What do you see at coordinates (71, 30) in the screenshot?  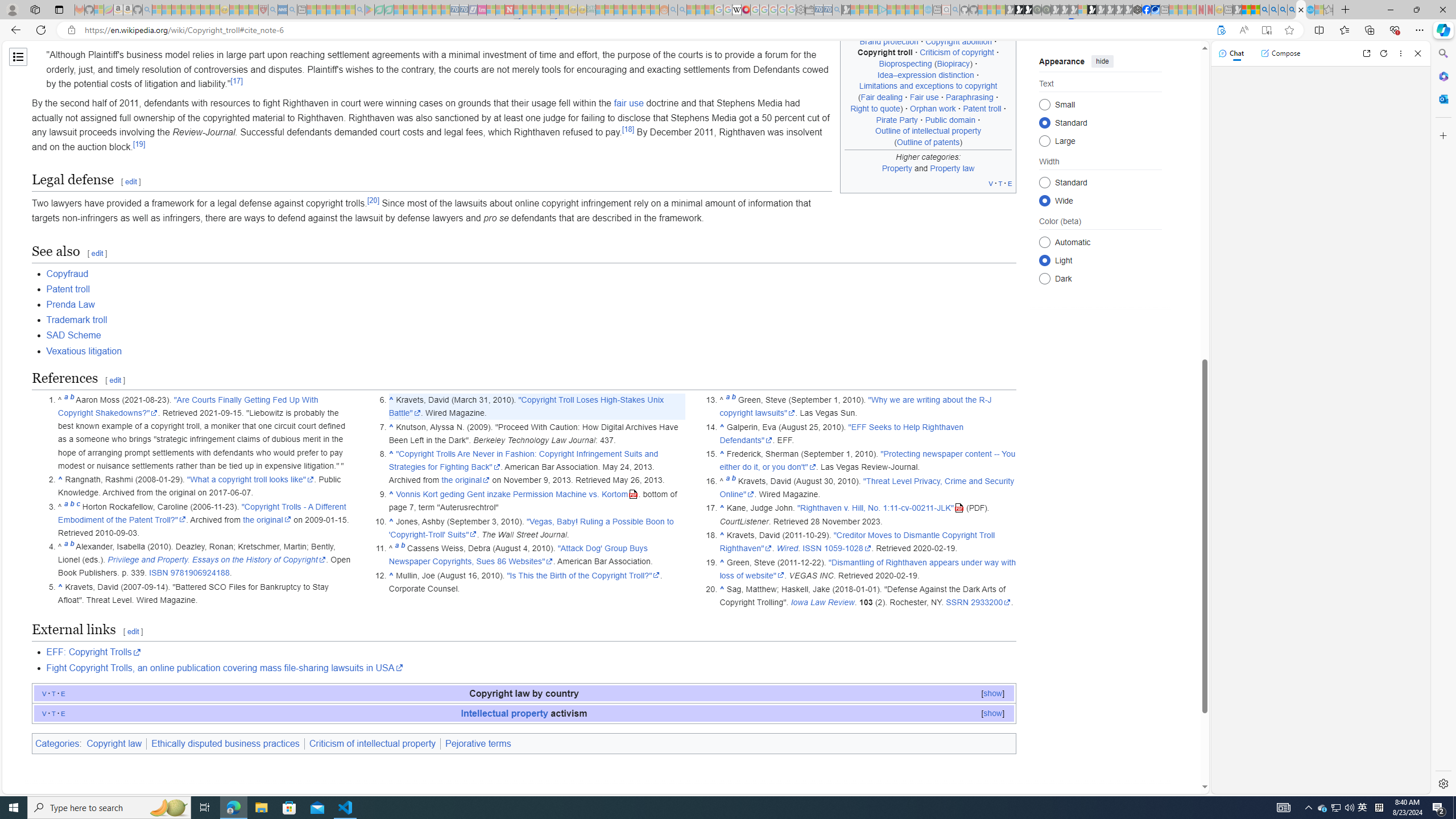 I see `'View site information'` at bounding box center [71, 30].